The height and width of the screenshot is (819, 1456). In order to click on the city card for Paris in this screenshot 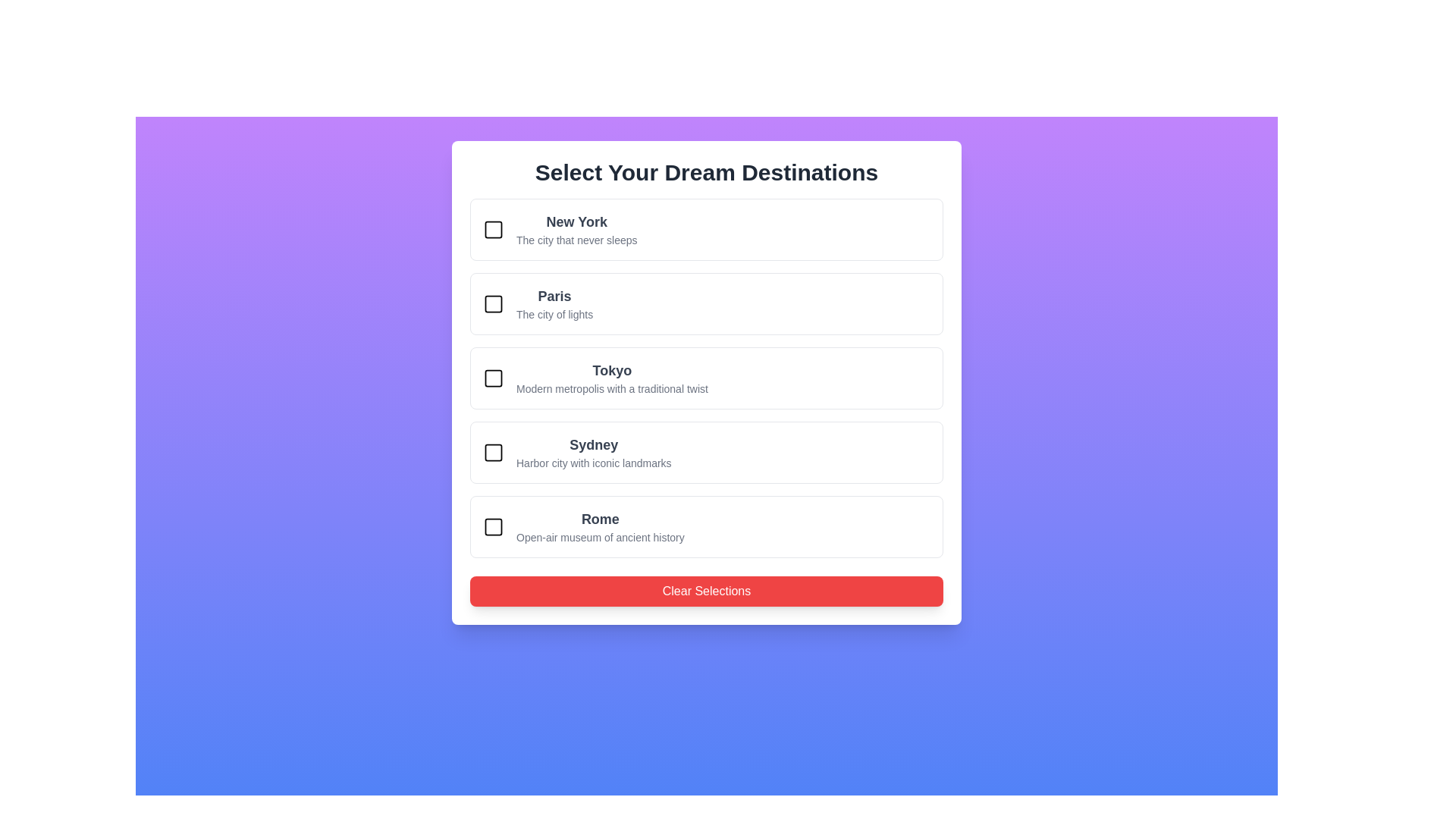, I will do `click(705, 304)`.